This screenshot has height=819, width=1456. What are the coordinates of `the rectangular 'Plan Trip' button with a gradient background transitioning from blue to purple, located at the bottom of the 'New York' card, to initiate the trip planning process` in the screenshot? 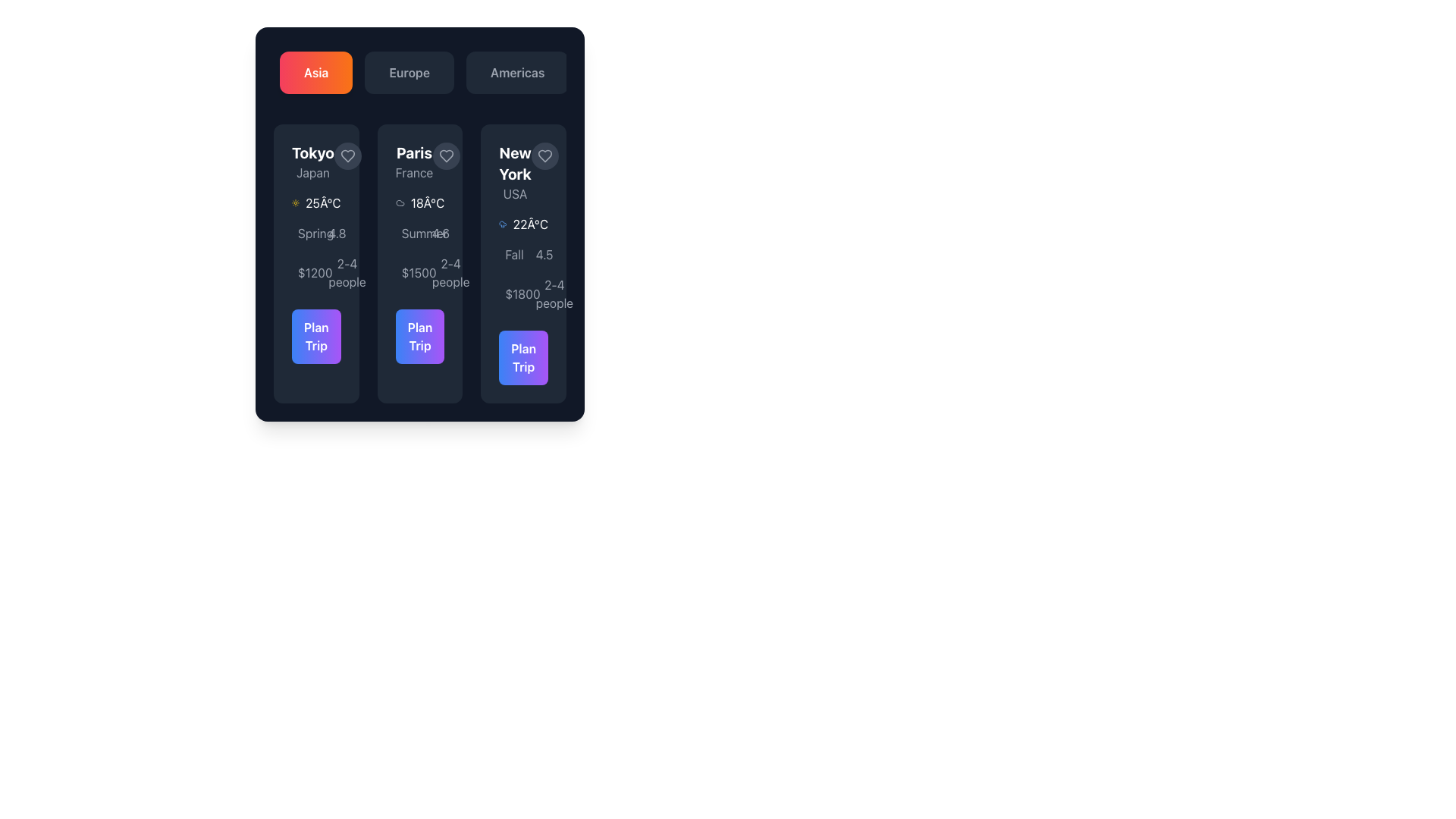 It's located at (523, 357).